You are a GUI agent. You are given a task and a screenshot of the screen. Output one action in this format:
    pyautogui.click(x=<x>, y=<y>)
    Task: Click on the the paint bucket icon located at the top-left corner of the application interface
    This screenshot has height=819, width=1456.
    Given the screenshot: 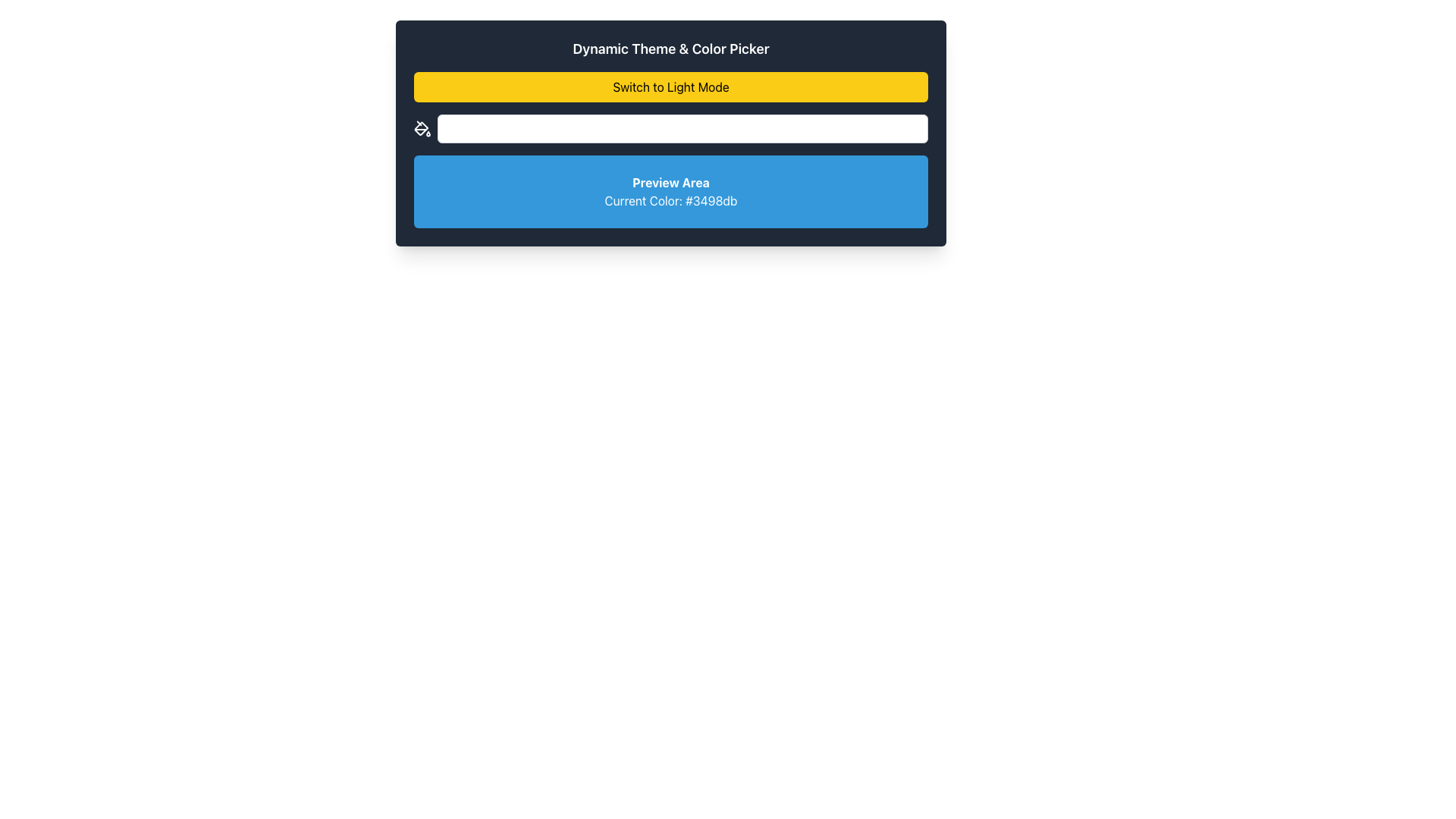 What is the action you would take?
    pyautogui.click(x=422, y=127)
    